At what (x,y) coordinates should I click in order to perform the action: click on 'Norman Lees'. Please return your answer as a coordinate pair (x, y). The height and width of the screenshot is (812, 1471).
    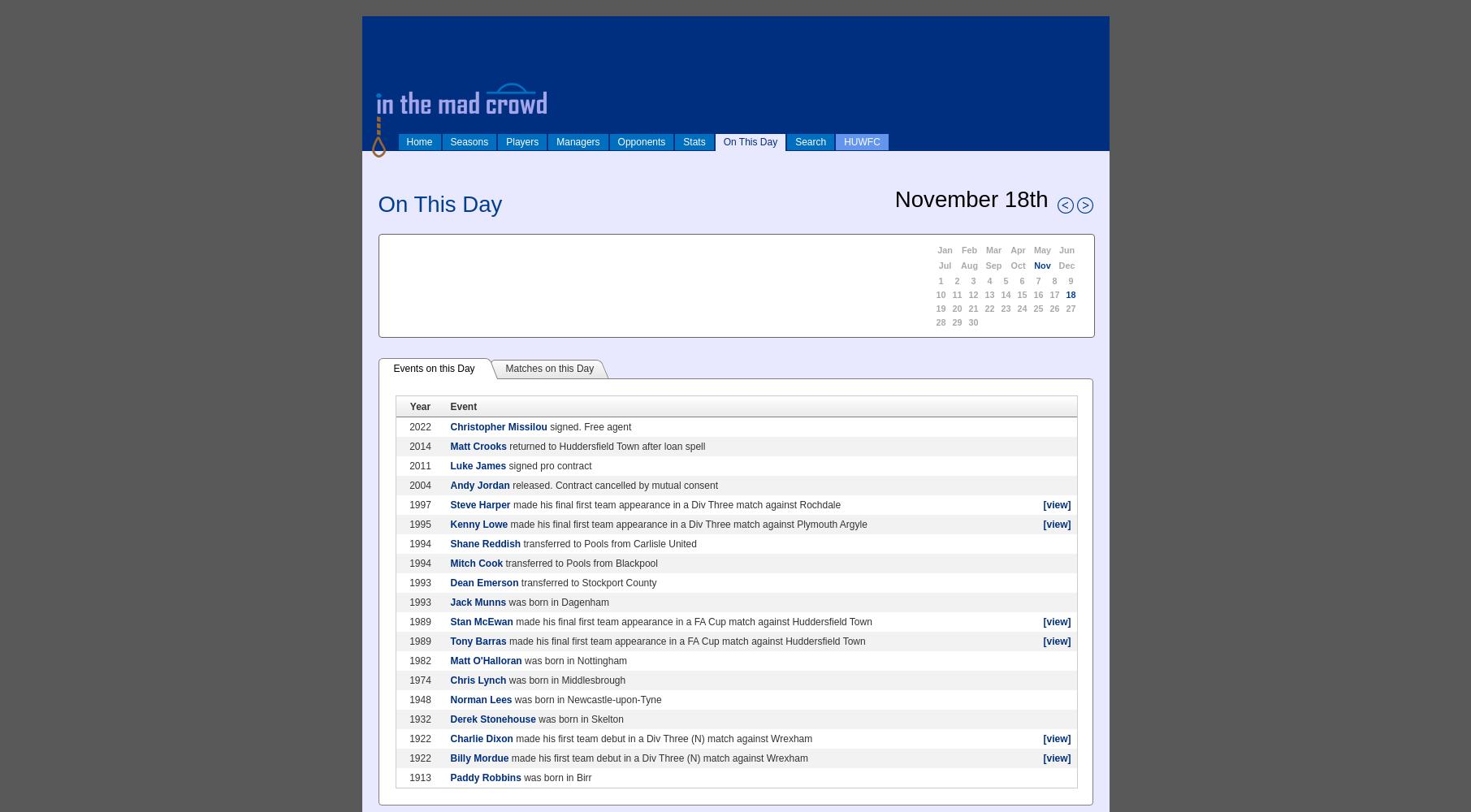
    Looking at the image, I should click on (480, 699).